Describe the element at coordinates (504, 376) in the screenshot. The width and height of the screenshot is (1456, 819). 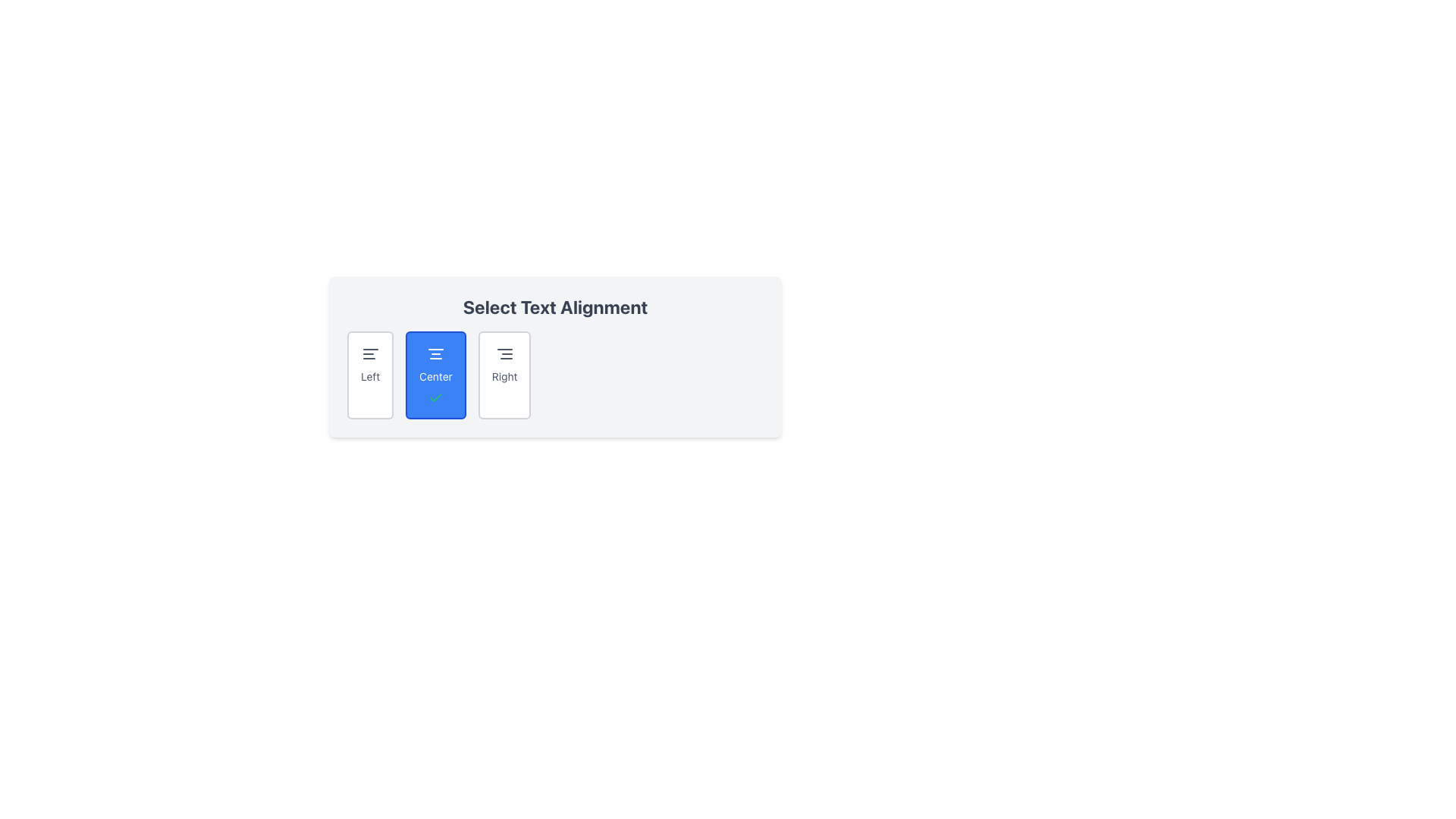
I see `the Text Label indicating right text alignment located beneath the right-aligned text icon in the rightmost card of a three-card group` at that location.